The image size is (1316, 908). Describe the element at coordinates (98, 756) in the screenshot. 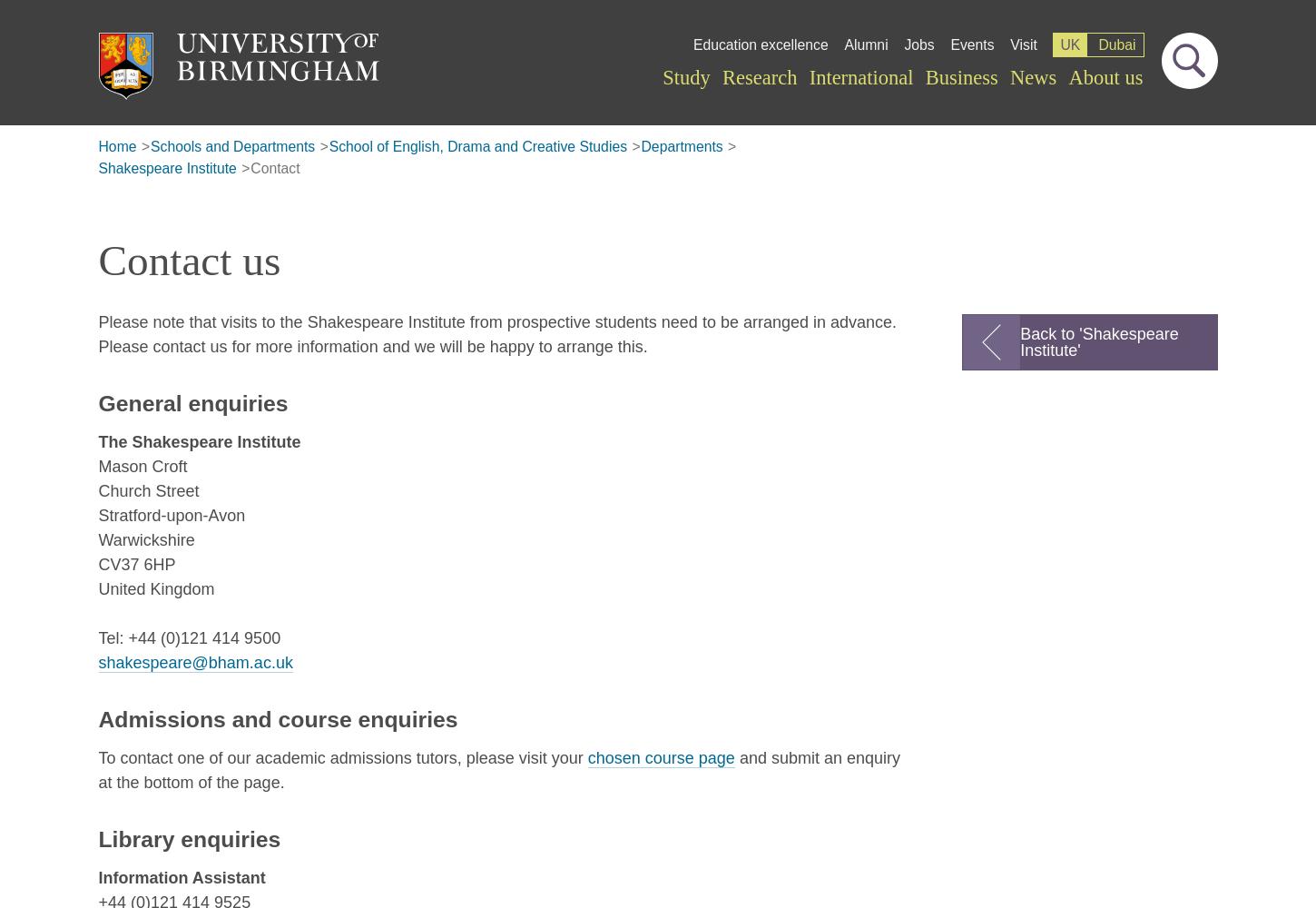

I see `'To contact one of our academic admissions tutors, please visit your'` at that location.